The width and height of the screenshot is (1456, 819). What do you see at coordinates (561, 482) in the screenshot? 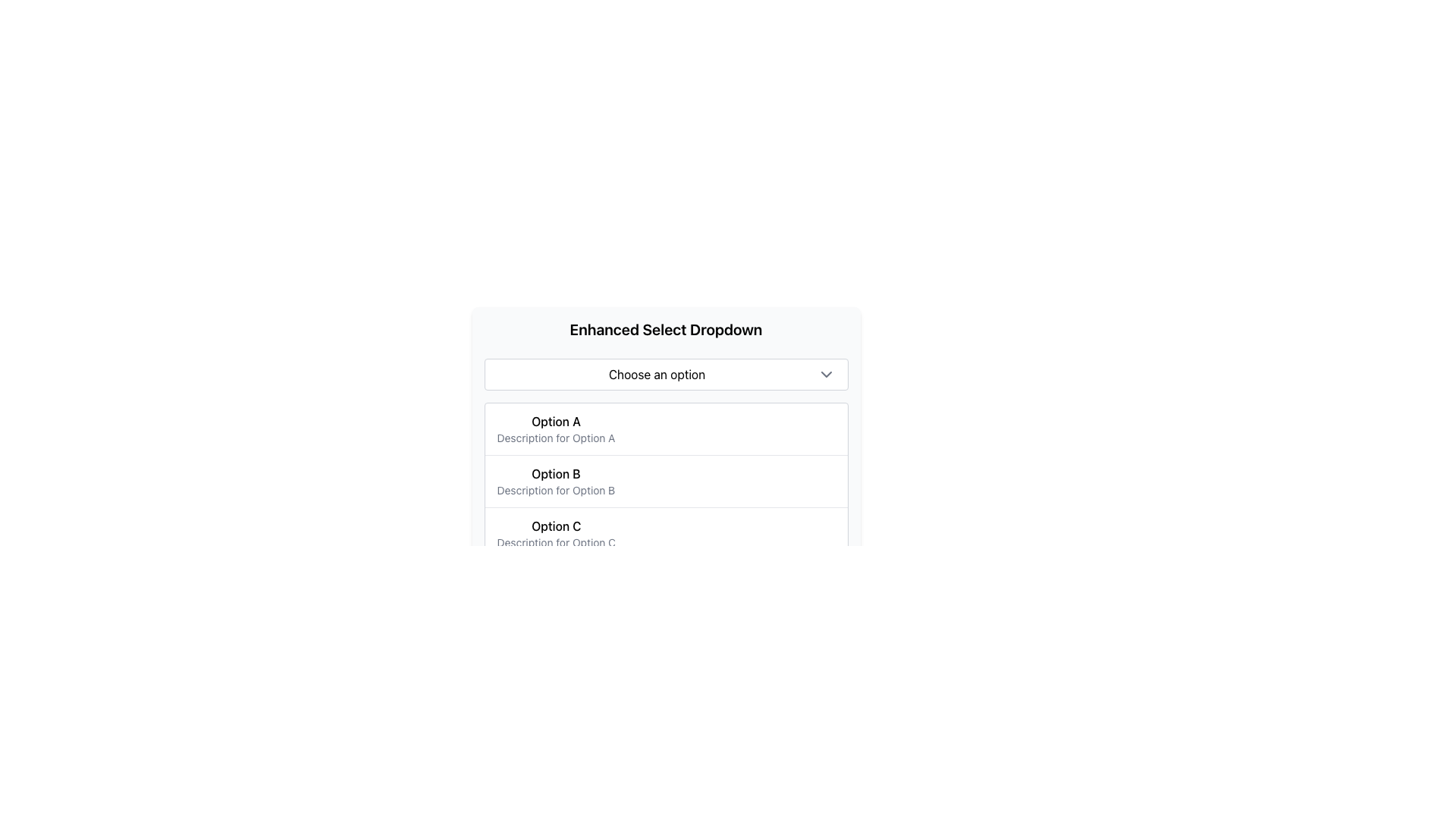
I see `the second item in the dropdown menu labeled 'Choose an option'` at bounding box center [561, 482].